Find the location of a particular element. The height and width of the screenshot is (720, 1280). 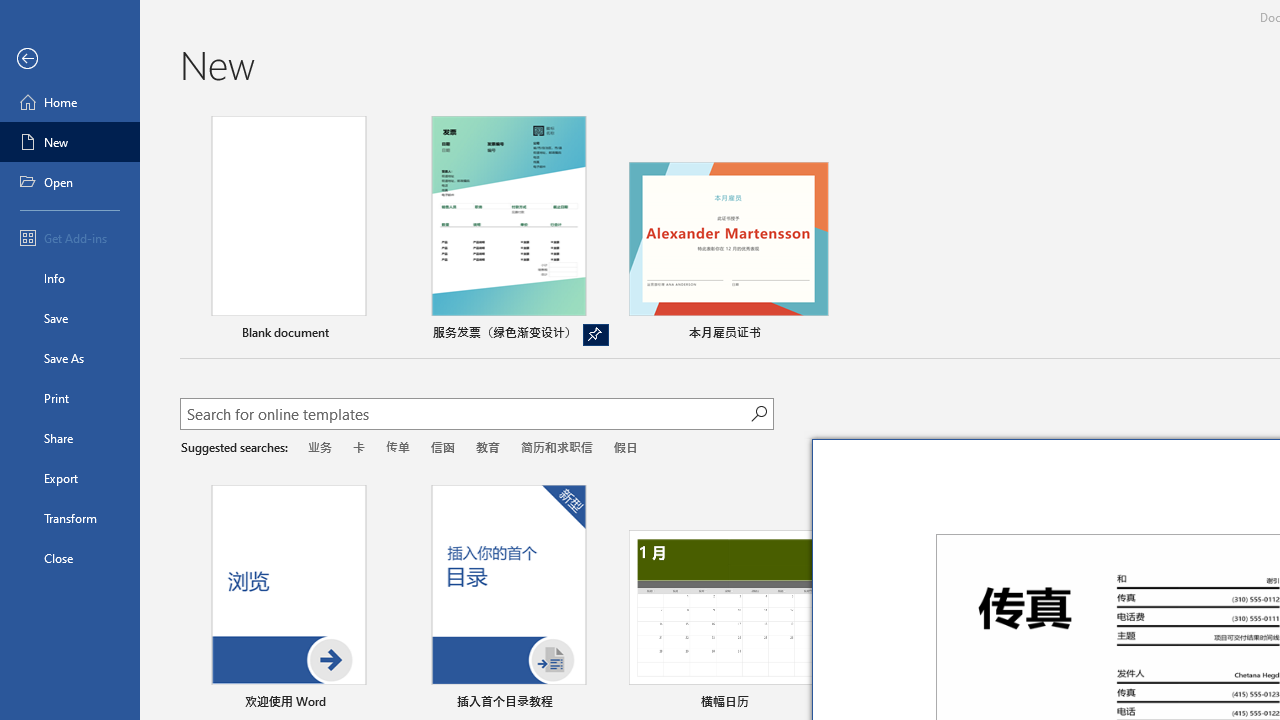

'Print' is located at coordinates (69, 398).